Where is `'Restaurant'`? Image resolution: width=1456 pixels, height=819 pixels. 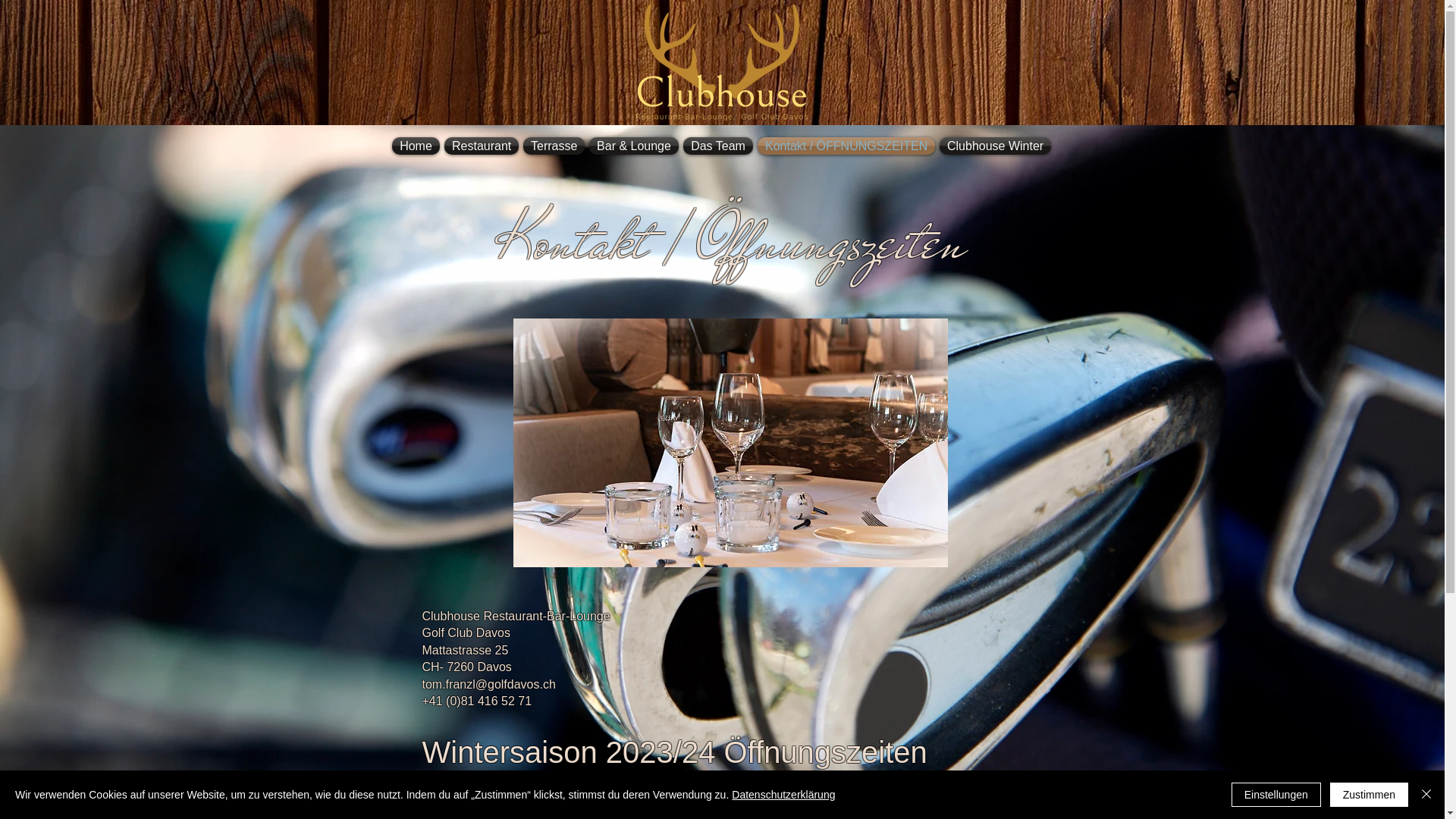 'Restaurant' is located at coordinates (480, 146).